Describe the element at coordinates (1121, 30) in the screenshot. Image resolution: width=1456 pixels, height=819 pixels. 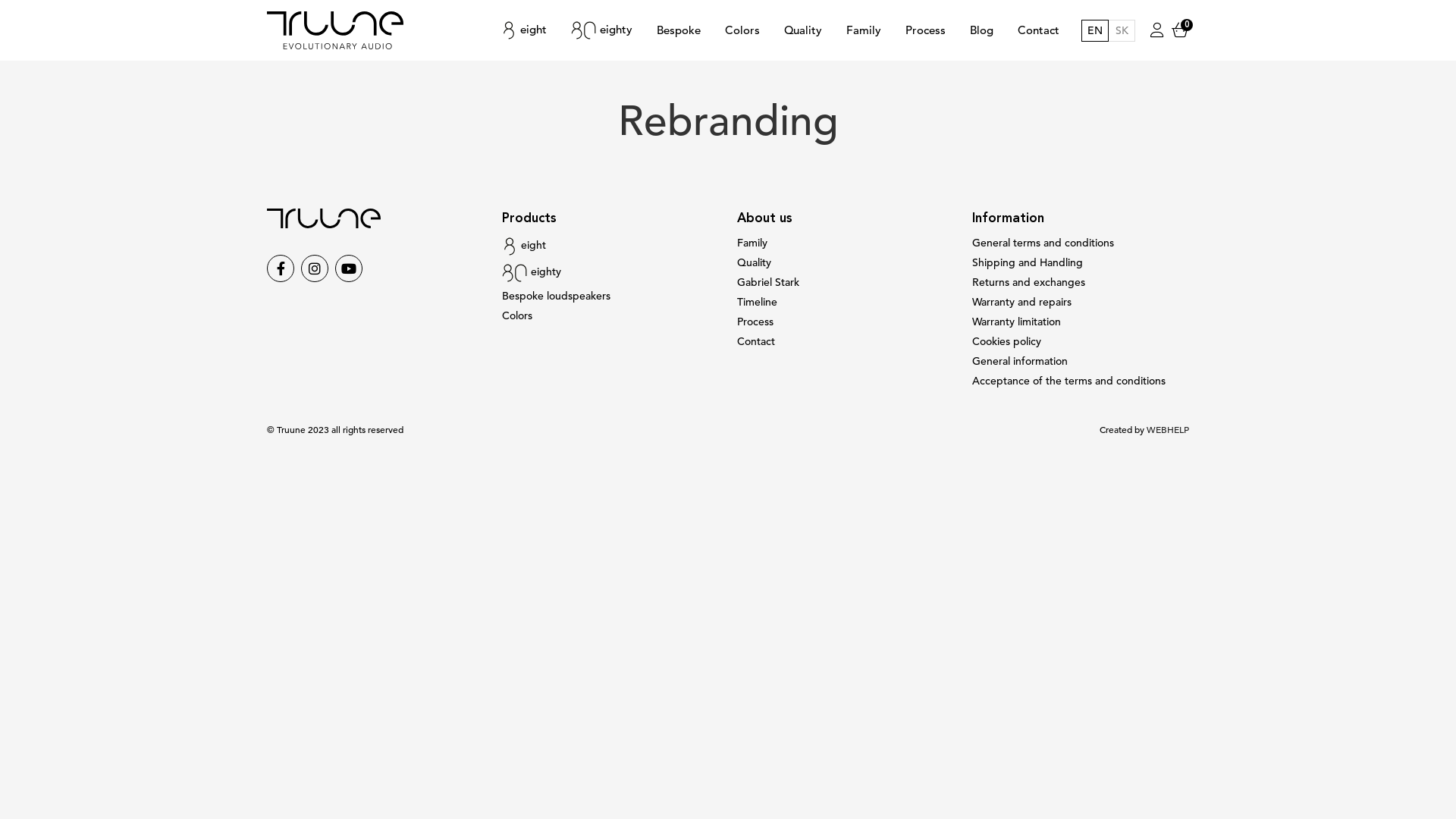
I see `'SK'` at that location.